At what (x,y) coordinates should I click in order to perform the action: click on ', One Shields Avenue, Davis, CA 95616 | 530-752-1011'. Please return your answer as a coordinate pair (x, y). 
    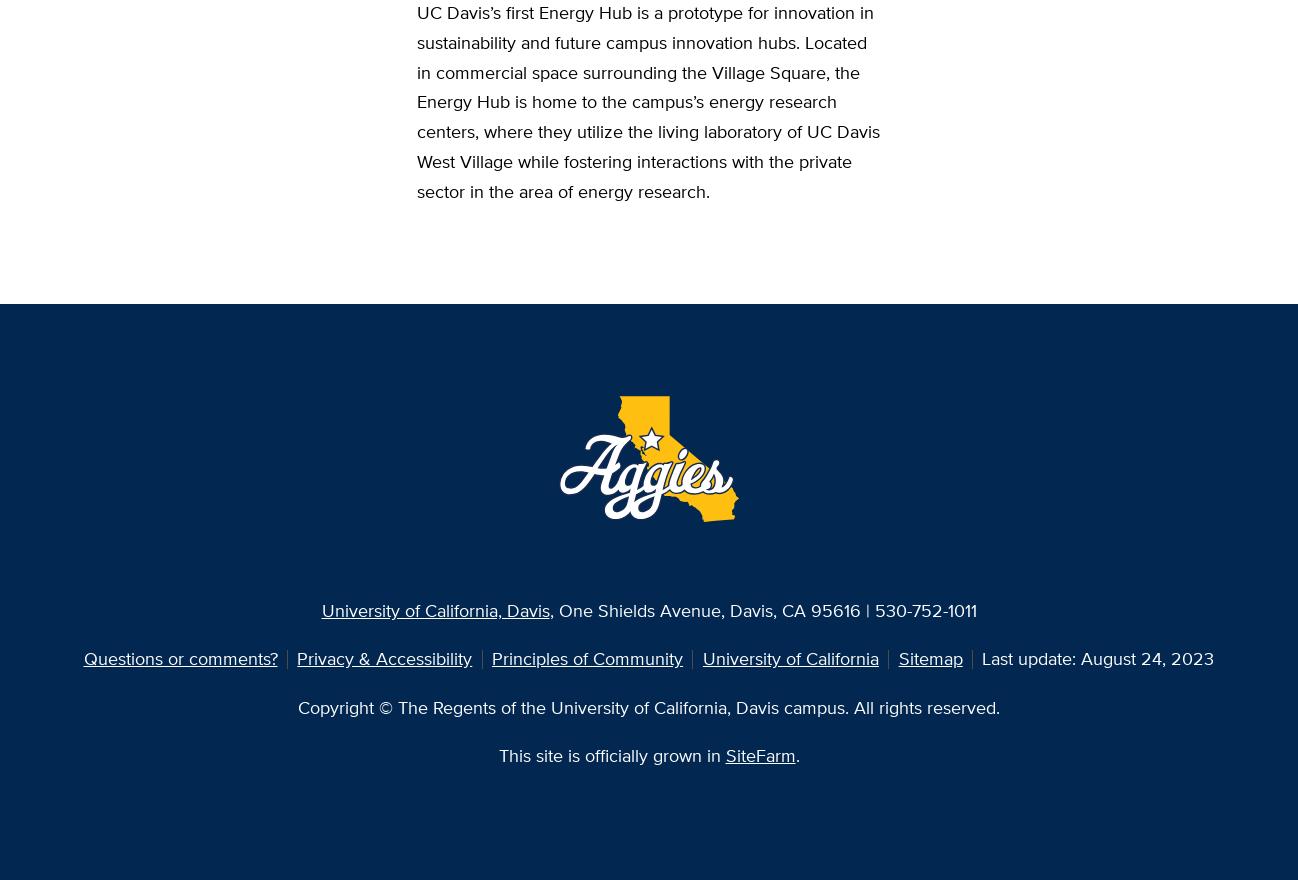
    Looking at the image, I should click on (762, 609).